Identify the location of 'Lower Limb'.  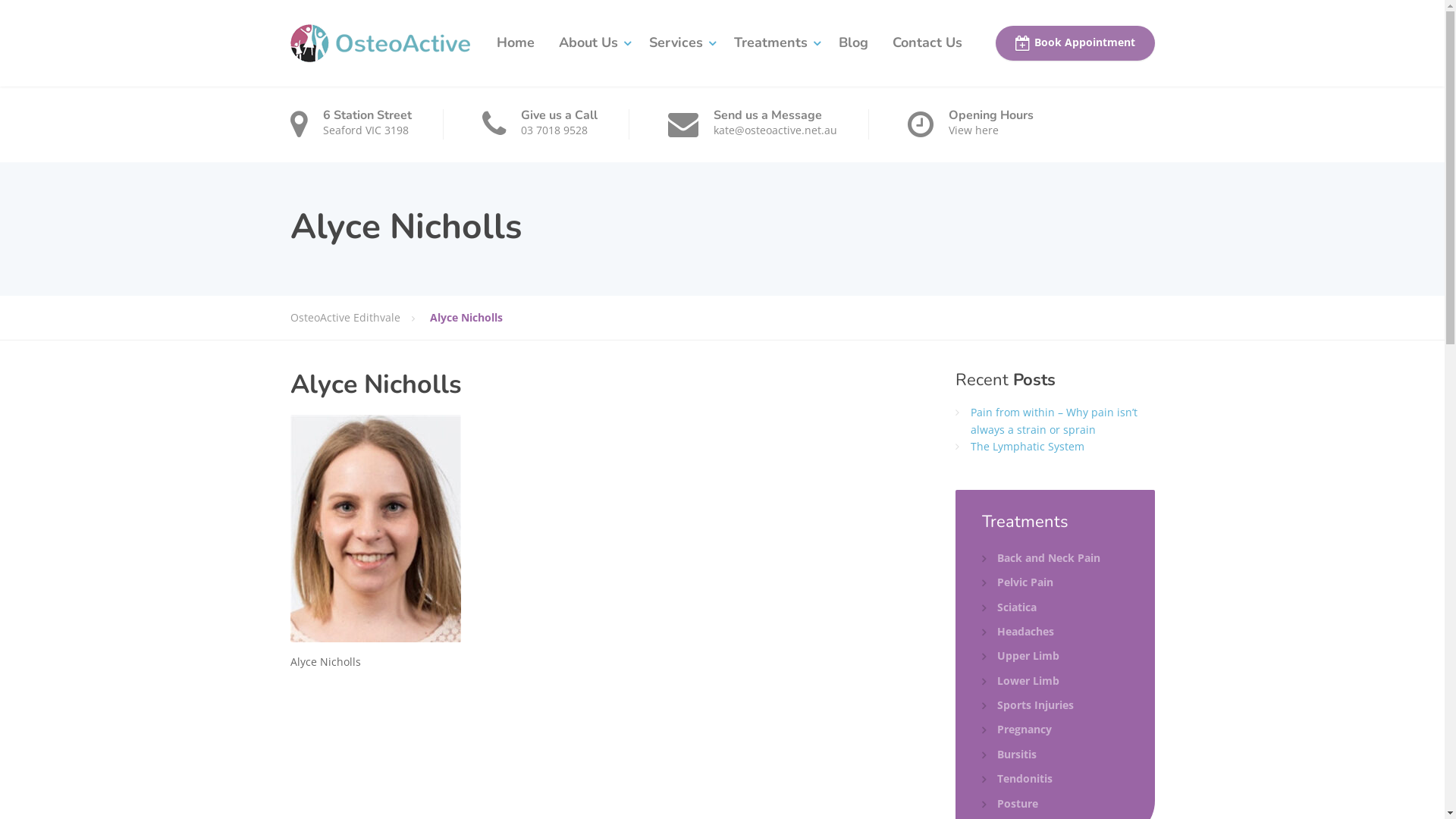
(1020, 680).